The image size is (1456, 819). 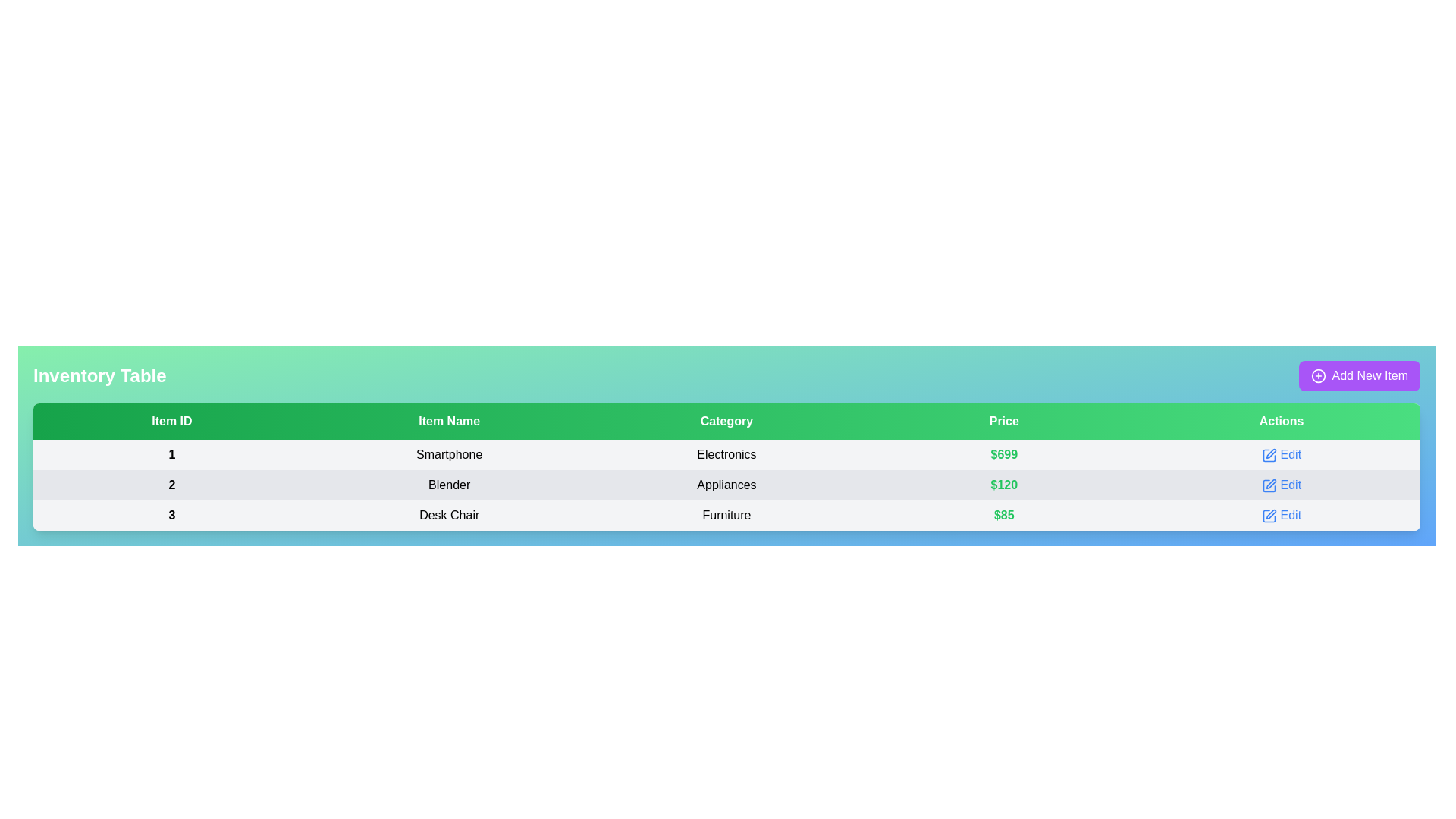 I want to click on content '3' displayed in bold sans-serif font under the 'Item ID' column for the 'Desk Chair' item, located in the first section of the last data row in the table, so click(x=171, y=514).